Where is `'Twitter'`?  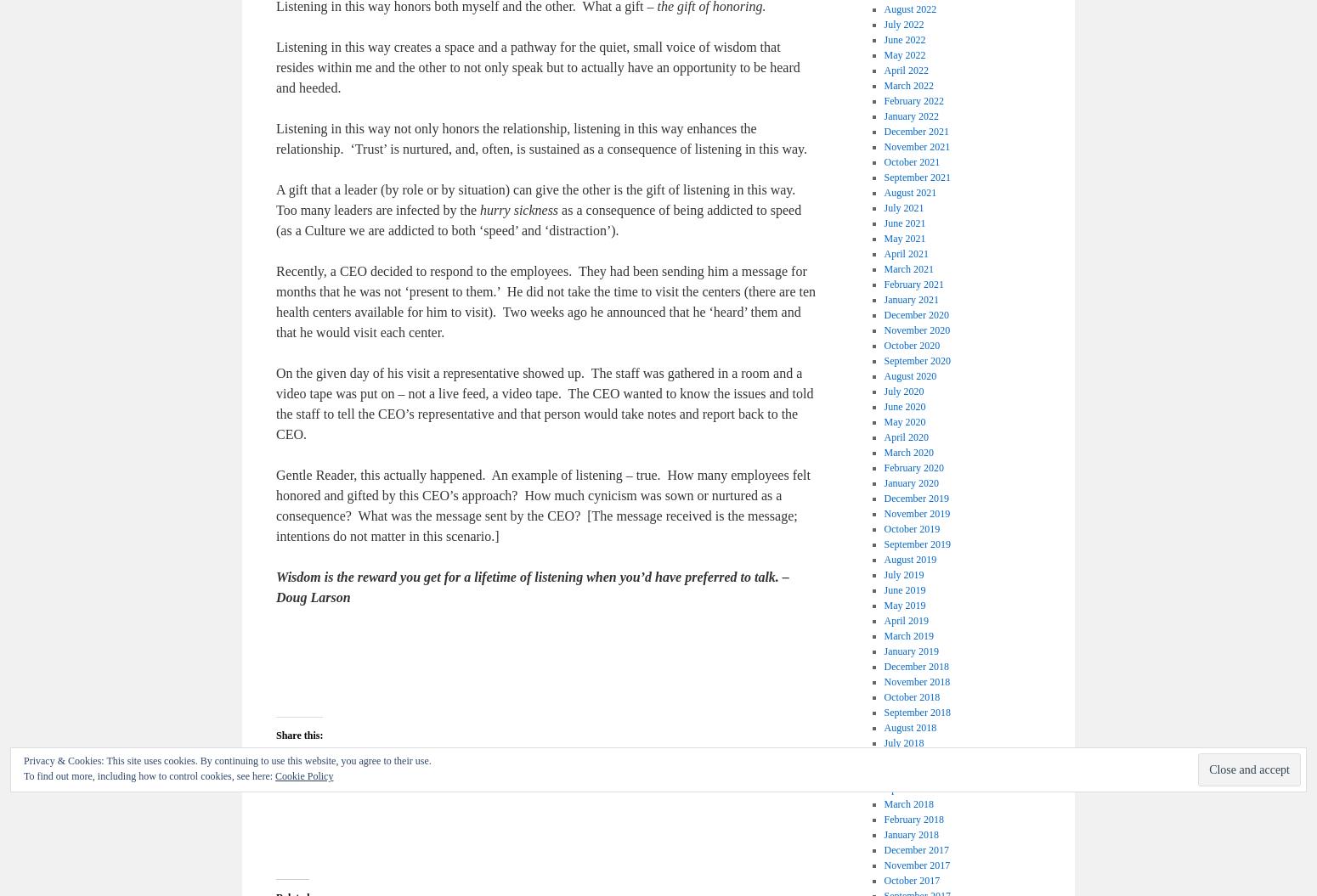
'Twitter' is located at coordinates (414, 772).